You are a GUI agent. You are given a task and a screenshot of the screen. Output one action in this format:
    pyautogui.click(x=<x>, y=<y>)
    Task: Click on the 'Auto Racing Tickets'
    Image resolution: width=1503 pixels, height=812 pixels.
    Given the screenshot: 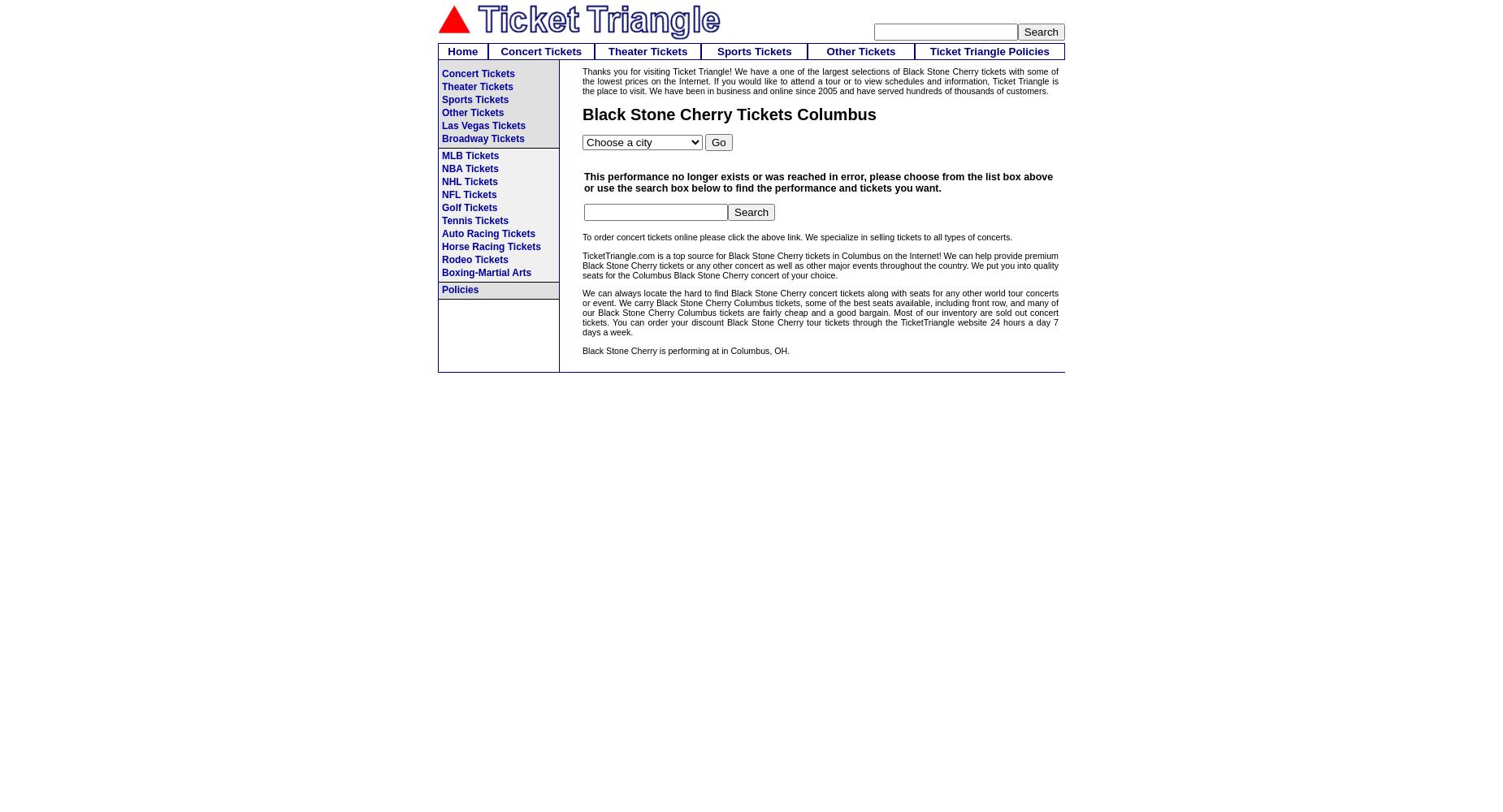 What is the action you would take?
    pyautogui.click(x=488, y=234)
    